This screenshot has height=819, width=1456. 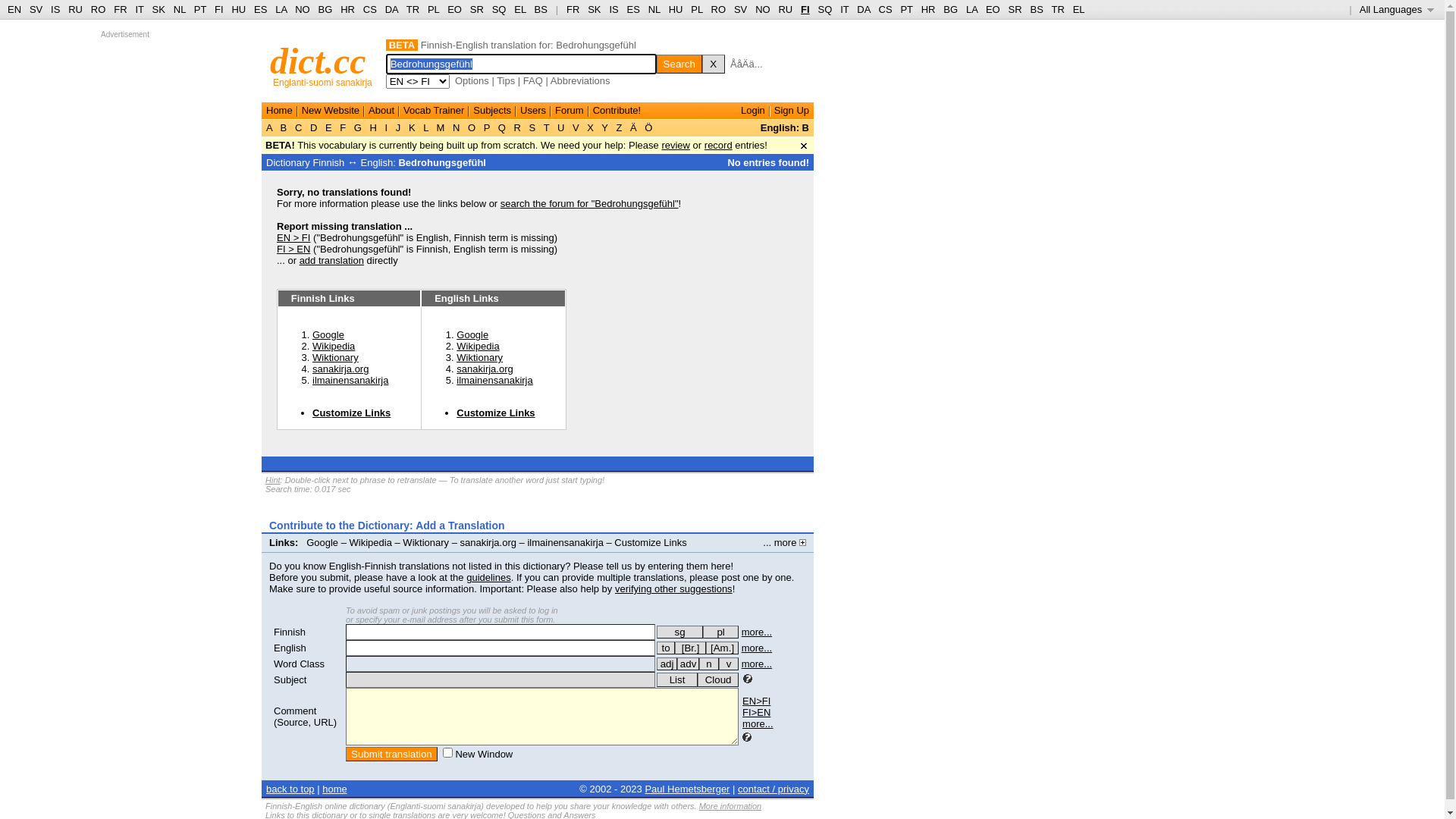 What do you see at coordinates (506, 80) in the screenshot?
I see `'Tips'` at bounding box center [506, 80].